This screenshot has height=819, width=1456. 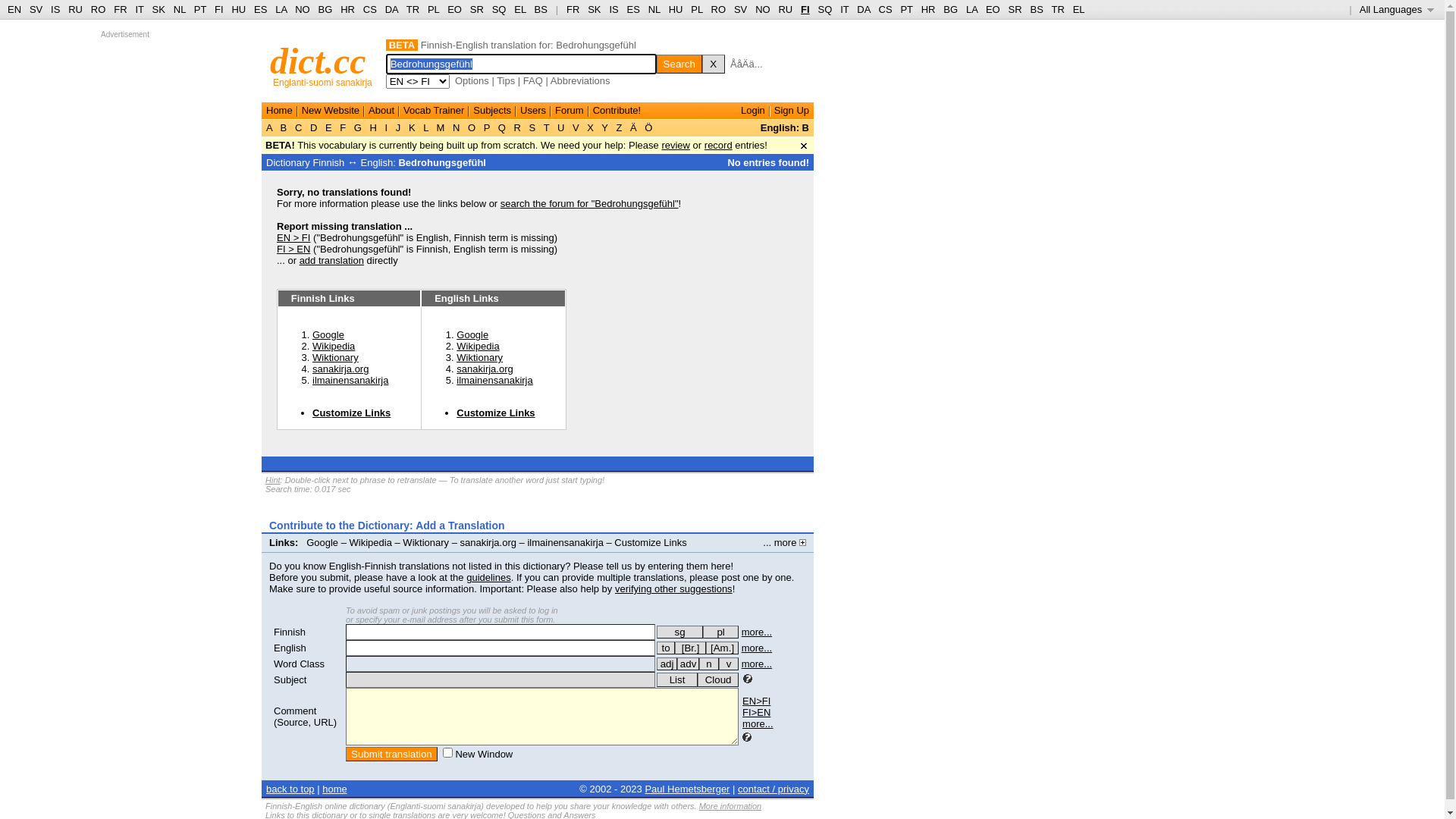 What do you see at coordinates (506, 80) in the screenshot?
I see `'Tips'` at bounding box center [506, 80].